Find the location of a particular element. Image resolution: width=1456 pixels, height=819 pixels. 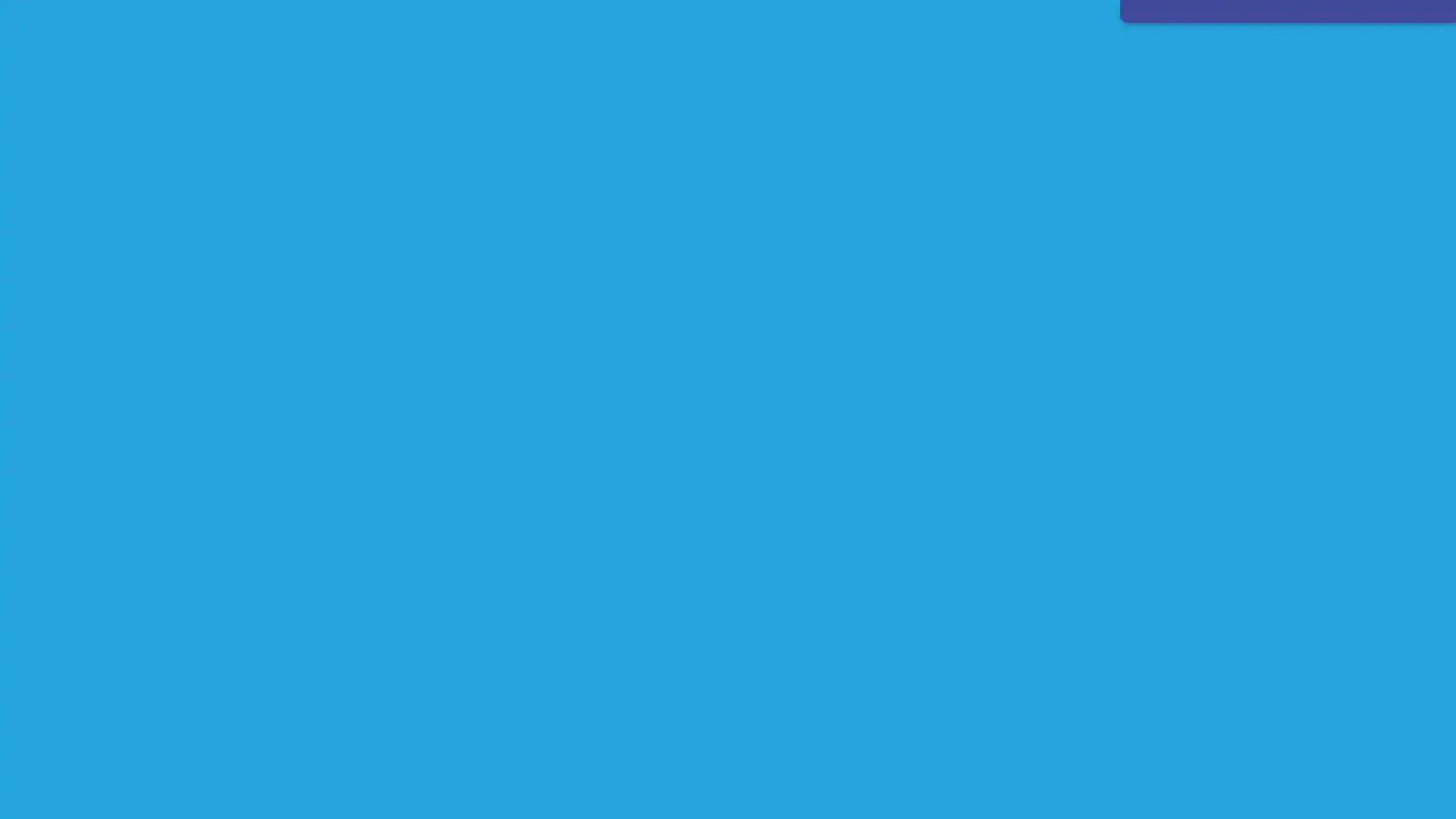

RENEW is located at coordinates (924, 49).